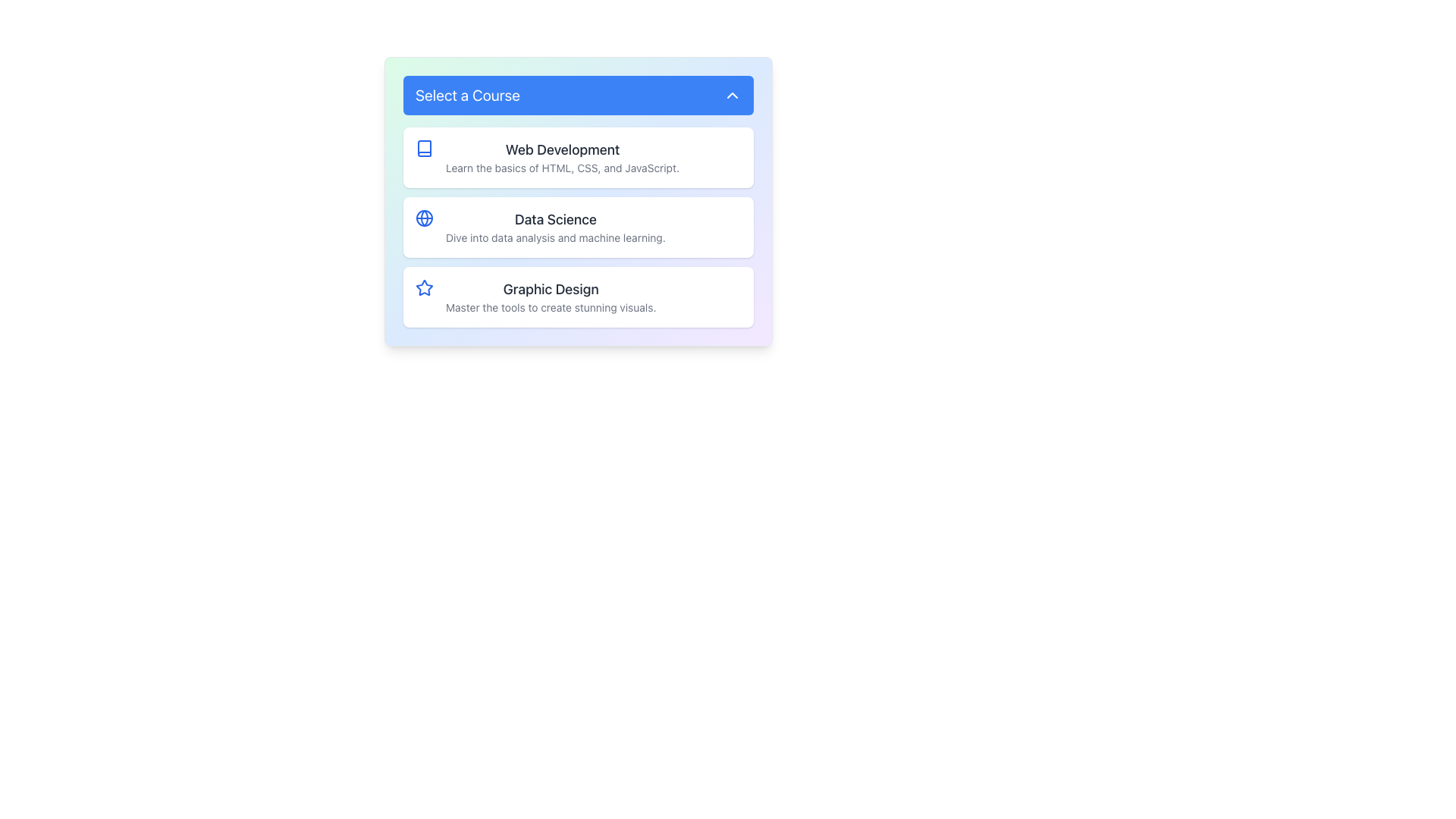  What do you see at coordinates (425, 287) in the screenshot?
I see `the blue outlined star icon located next to the 'Graphic Design' text in the bottommost item of the course list` at bounding box center [425, 287].